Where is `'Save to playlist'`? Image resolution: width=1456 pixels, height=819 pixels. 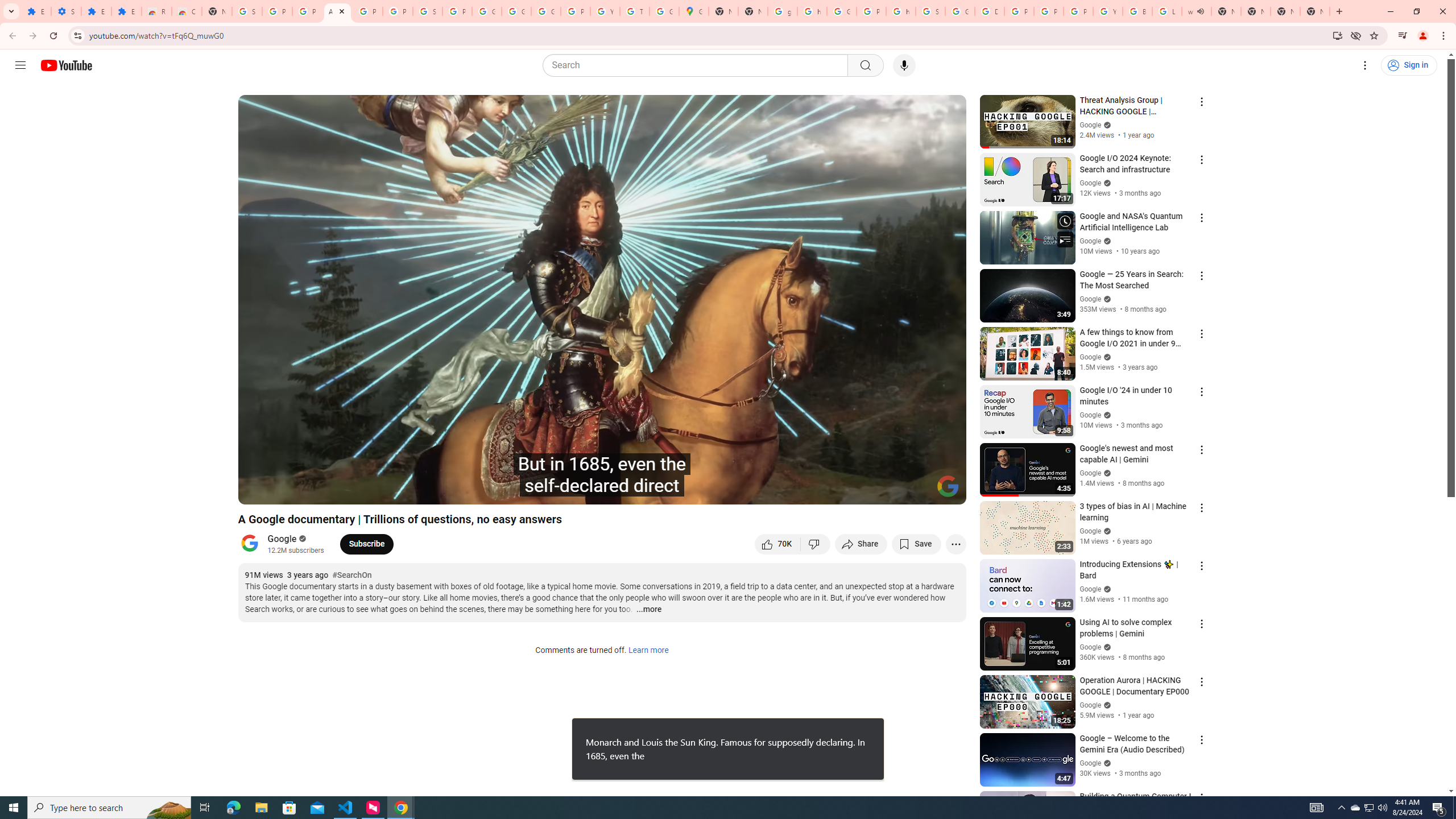
'Save to playlist' is located at coordinates (916, 543).